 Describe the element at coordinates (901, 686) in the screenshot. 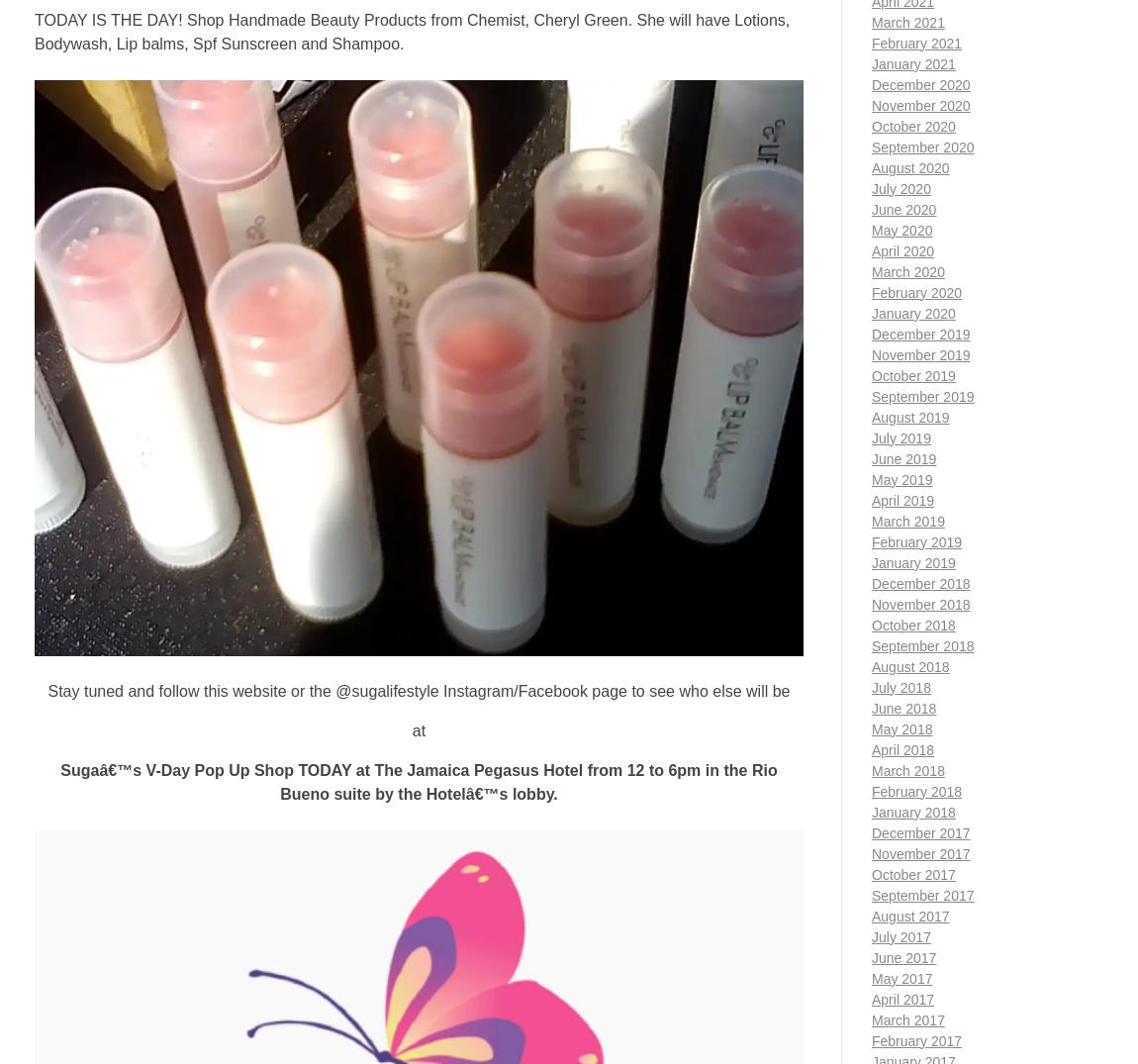

I see `'July 2018'` at that location.